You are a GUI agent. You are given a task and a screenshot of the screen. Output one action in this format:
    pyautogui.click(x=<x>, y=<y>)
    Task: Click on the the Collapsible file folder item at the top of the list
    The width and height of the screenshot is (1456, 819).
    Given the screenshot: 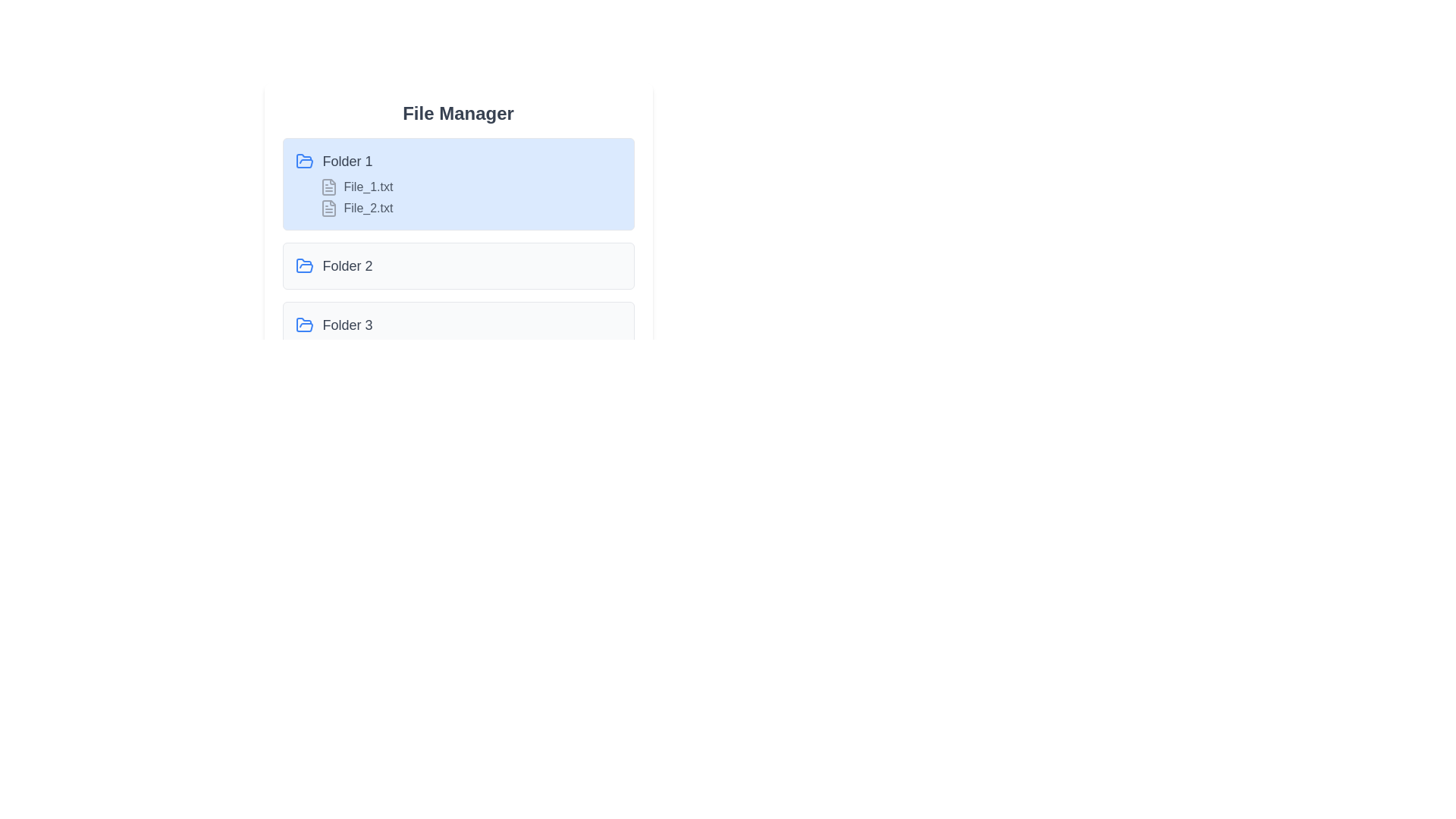 What is the action you would take?
    pyautogui.click(x=457, y=184)
    